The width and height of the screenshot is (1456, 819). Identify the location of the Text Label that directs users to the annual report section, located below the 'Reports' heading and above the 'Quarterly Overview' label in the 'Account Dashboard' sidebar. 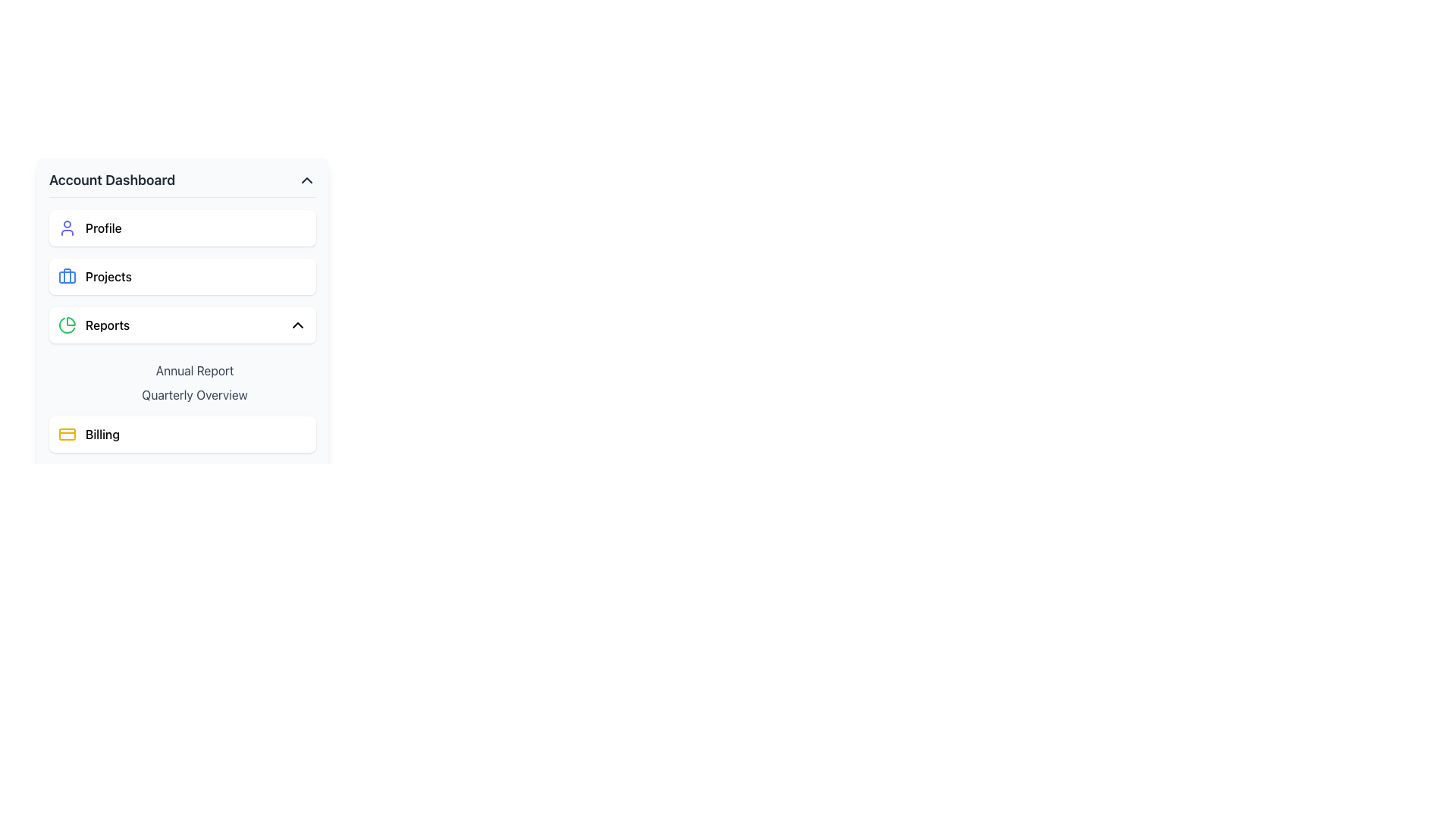
(194, 371).